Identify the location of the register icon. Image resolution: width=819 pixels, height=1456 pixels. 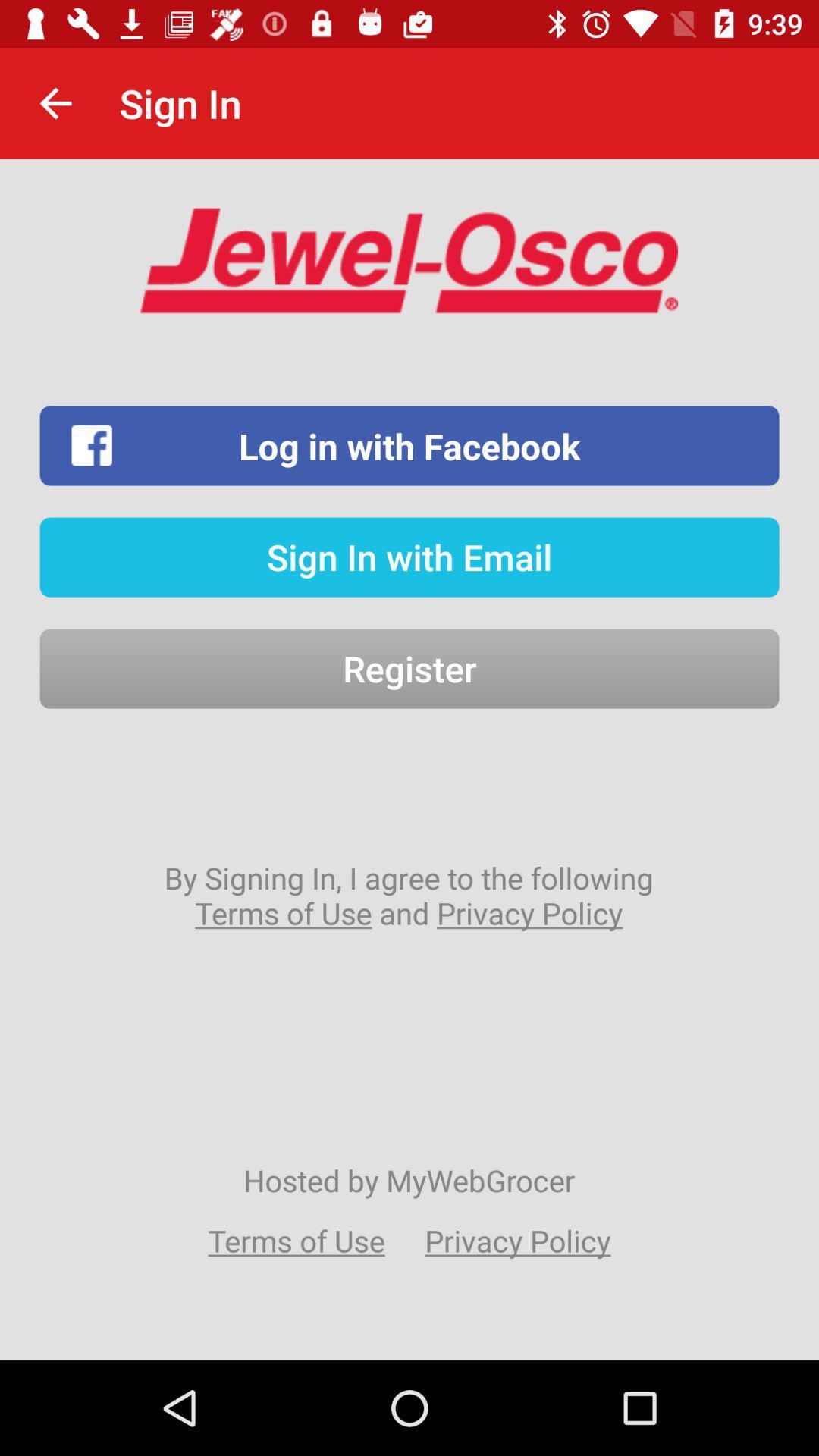
(409, 668).